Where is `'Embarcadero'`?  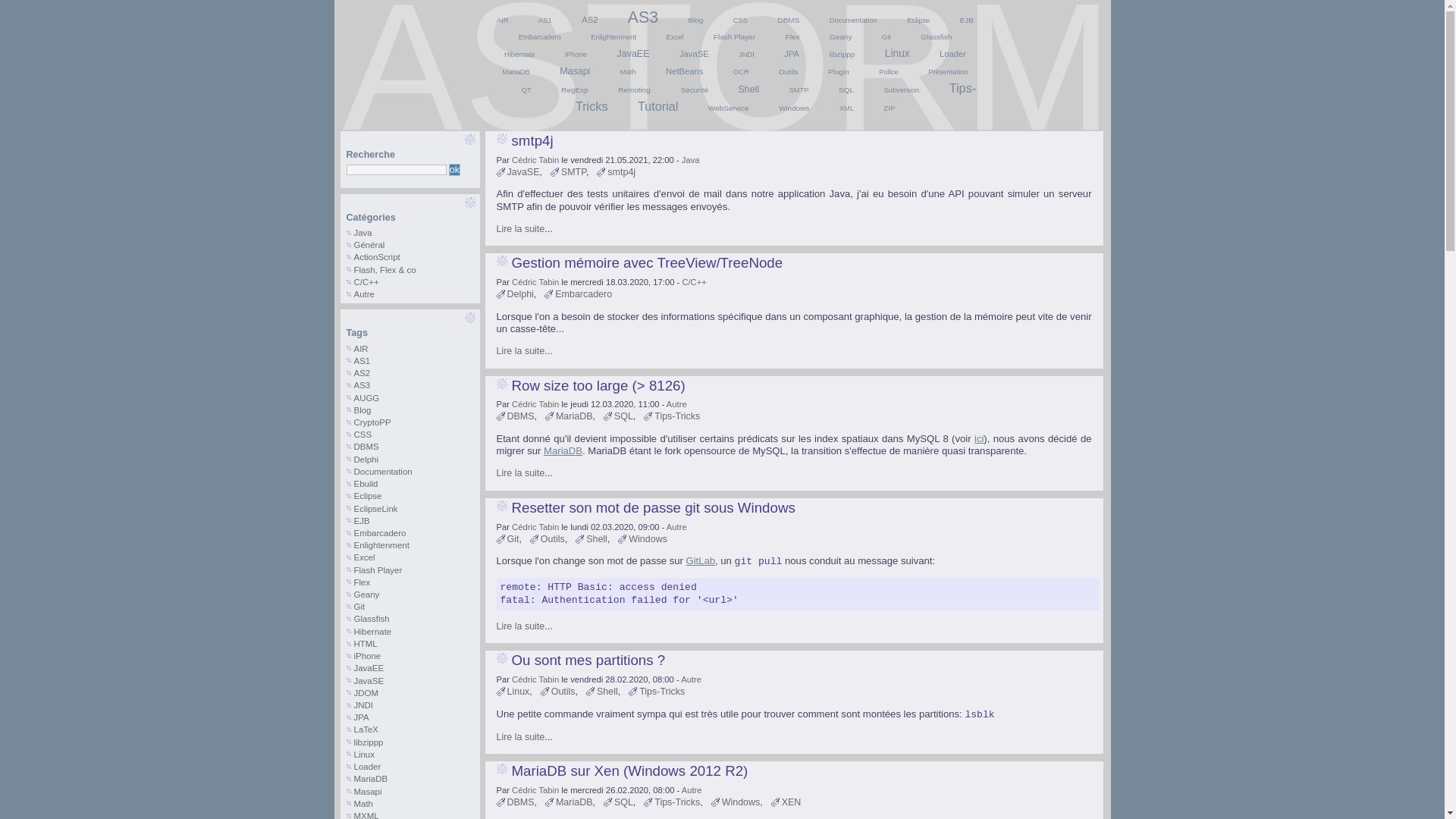 'Embarcadero' is located at coordinates (539, 36).